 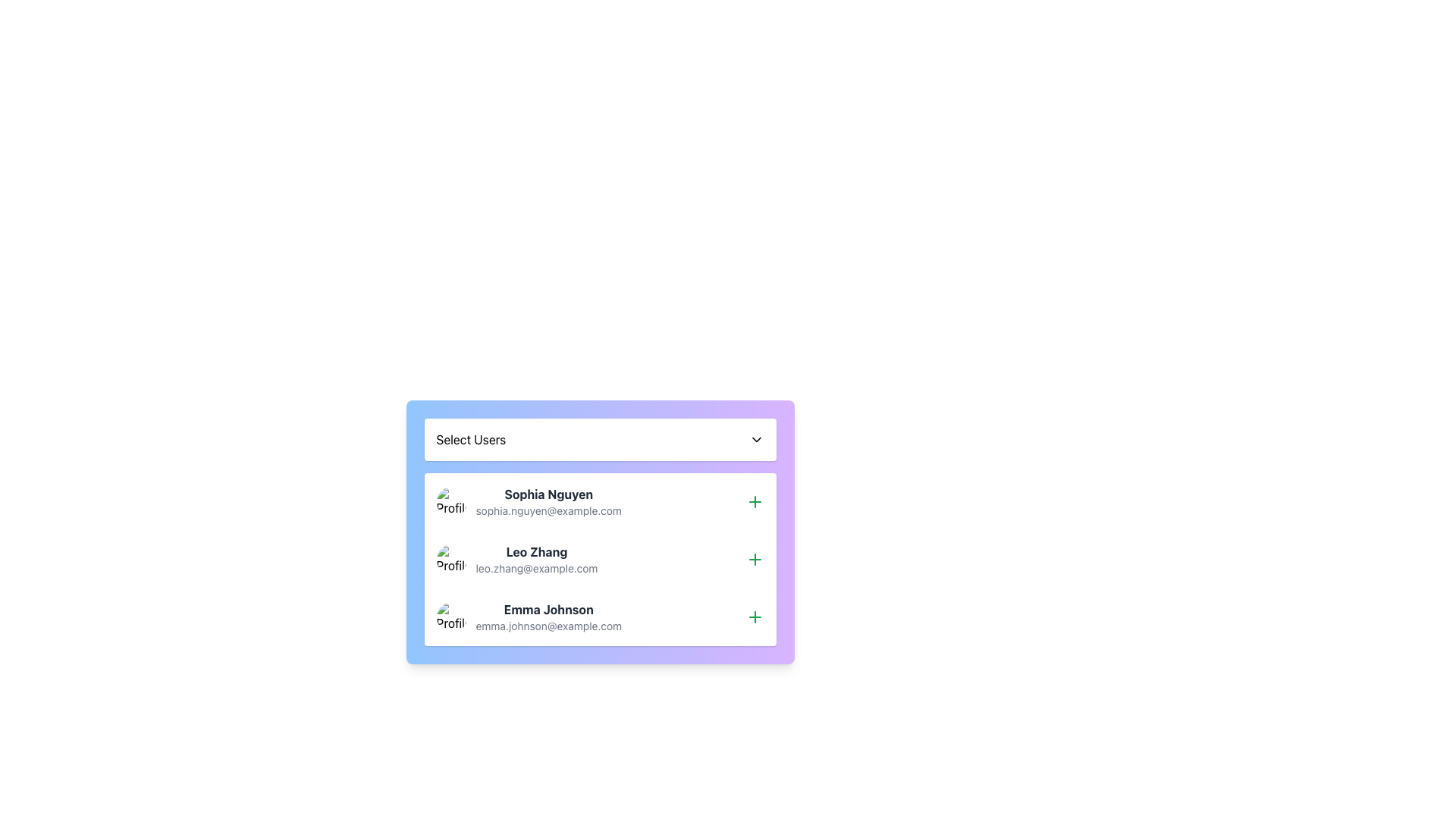 I want to click on text displayed for 'Leo Zhang', which includes the name in bold and the email address in lighter grey below it, so click(x=536, y=559).